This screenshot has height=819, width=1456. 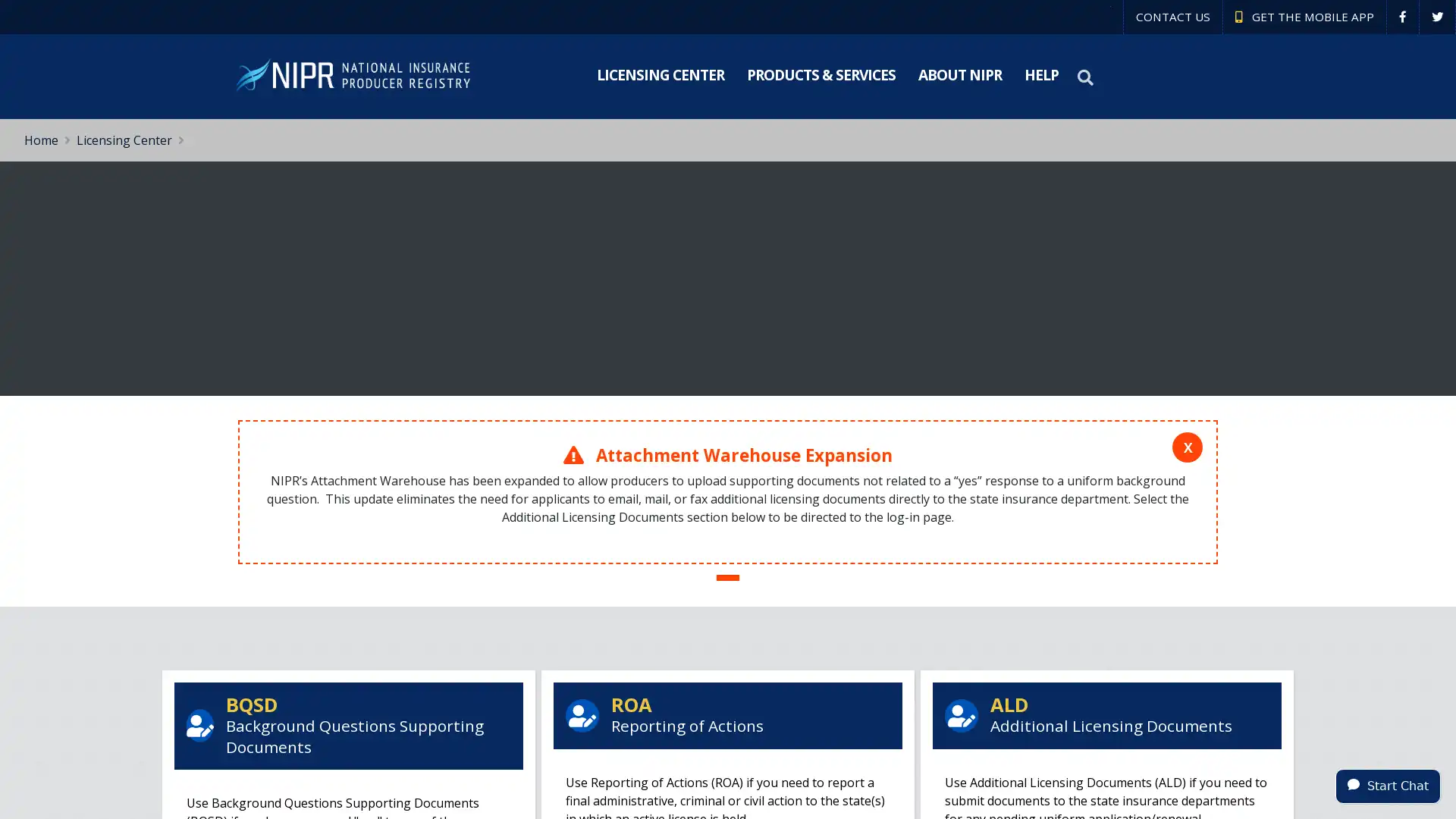 I want to click on Slide #1, so click(x=728, y=576).